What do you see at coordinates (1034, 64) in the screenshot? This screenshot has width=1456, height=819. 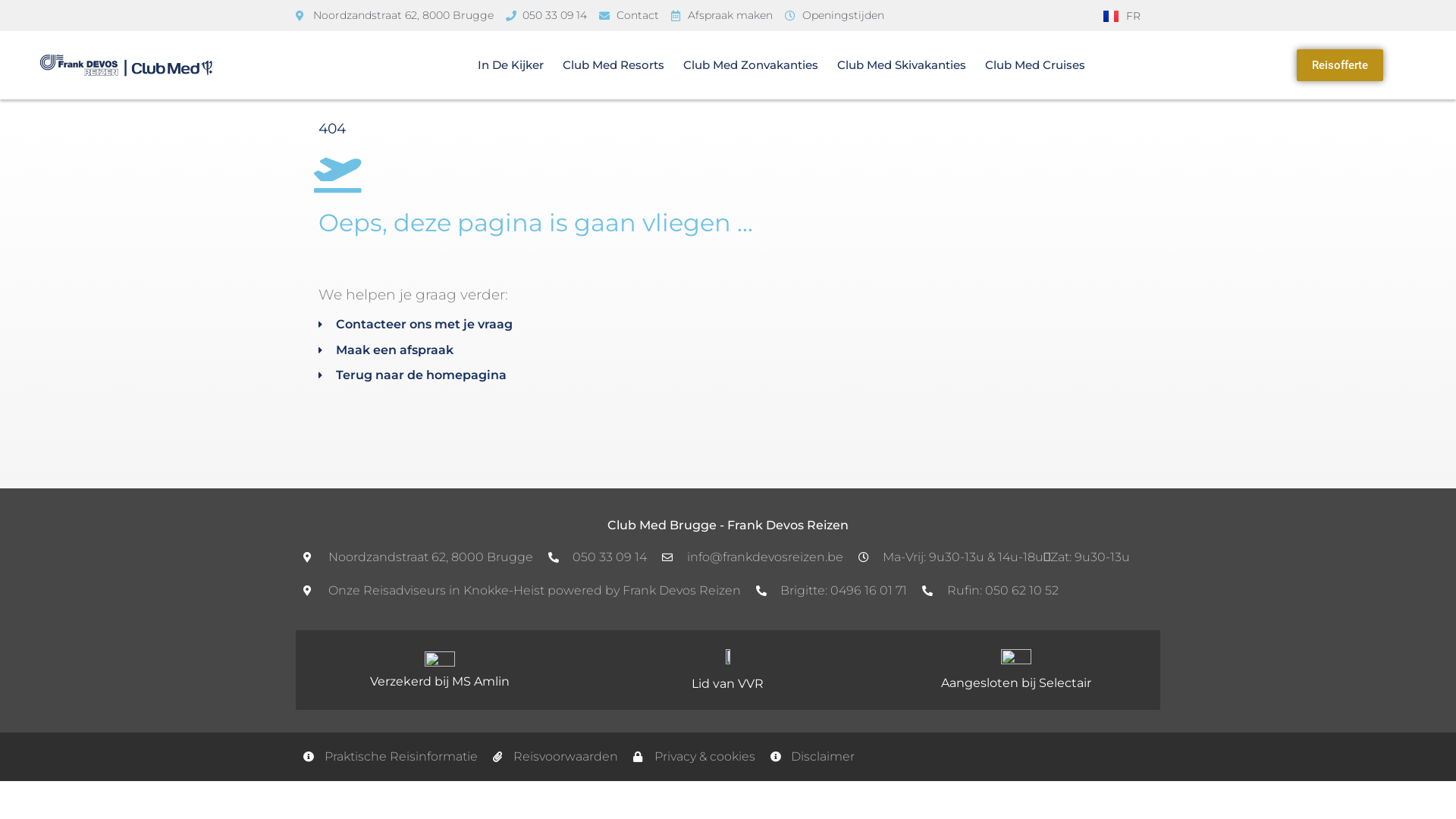 I see `'Club Med Cruises'` at bounding box center [1034, 64].